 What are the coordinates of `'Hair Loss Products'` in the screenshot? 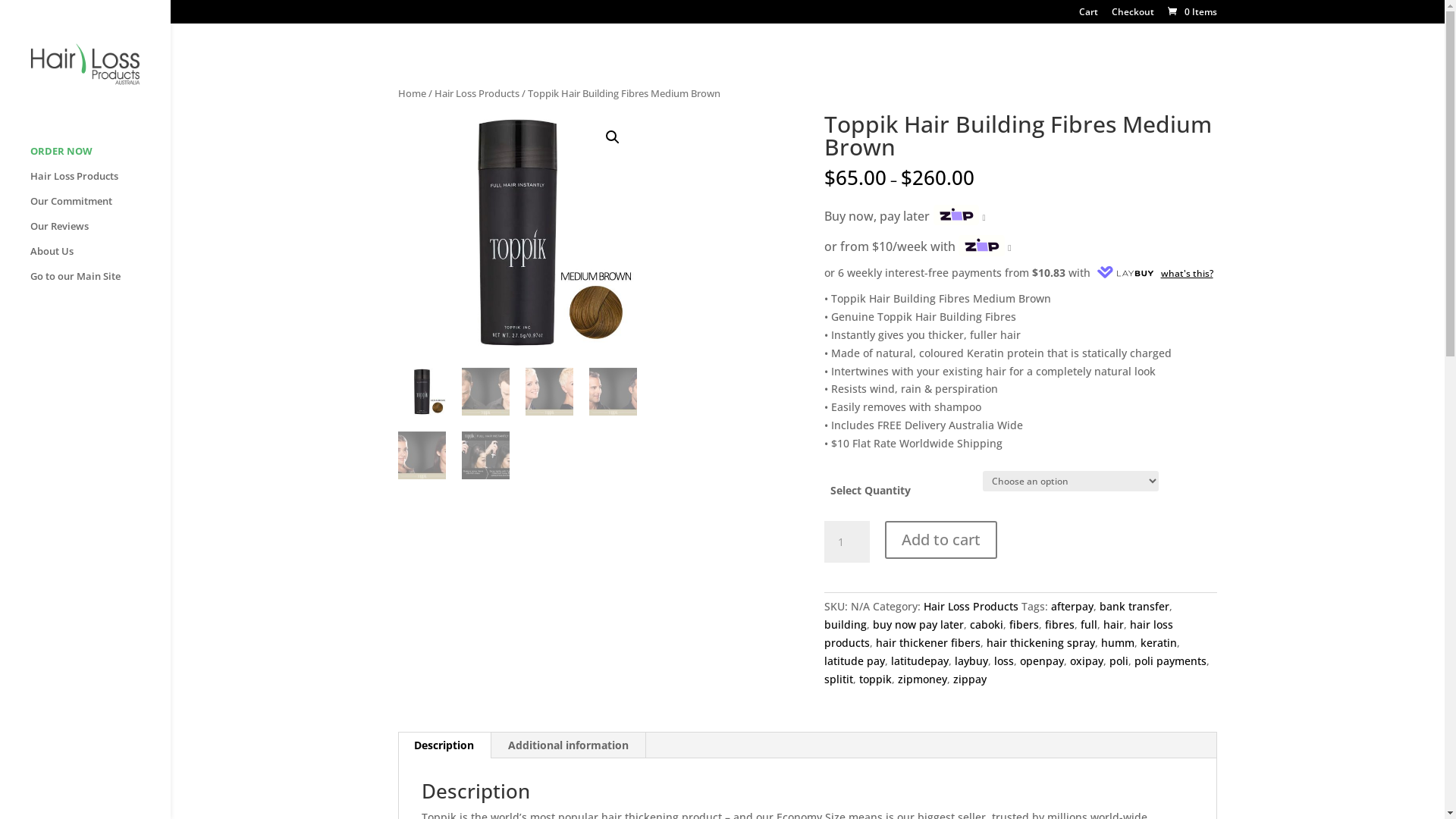 It's located at (30, 182).